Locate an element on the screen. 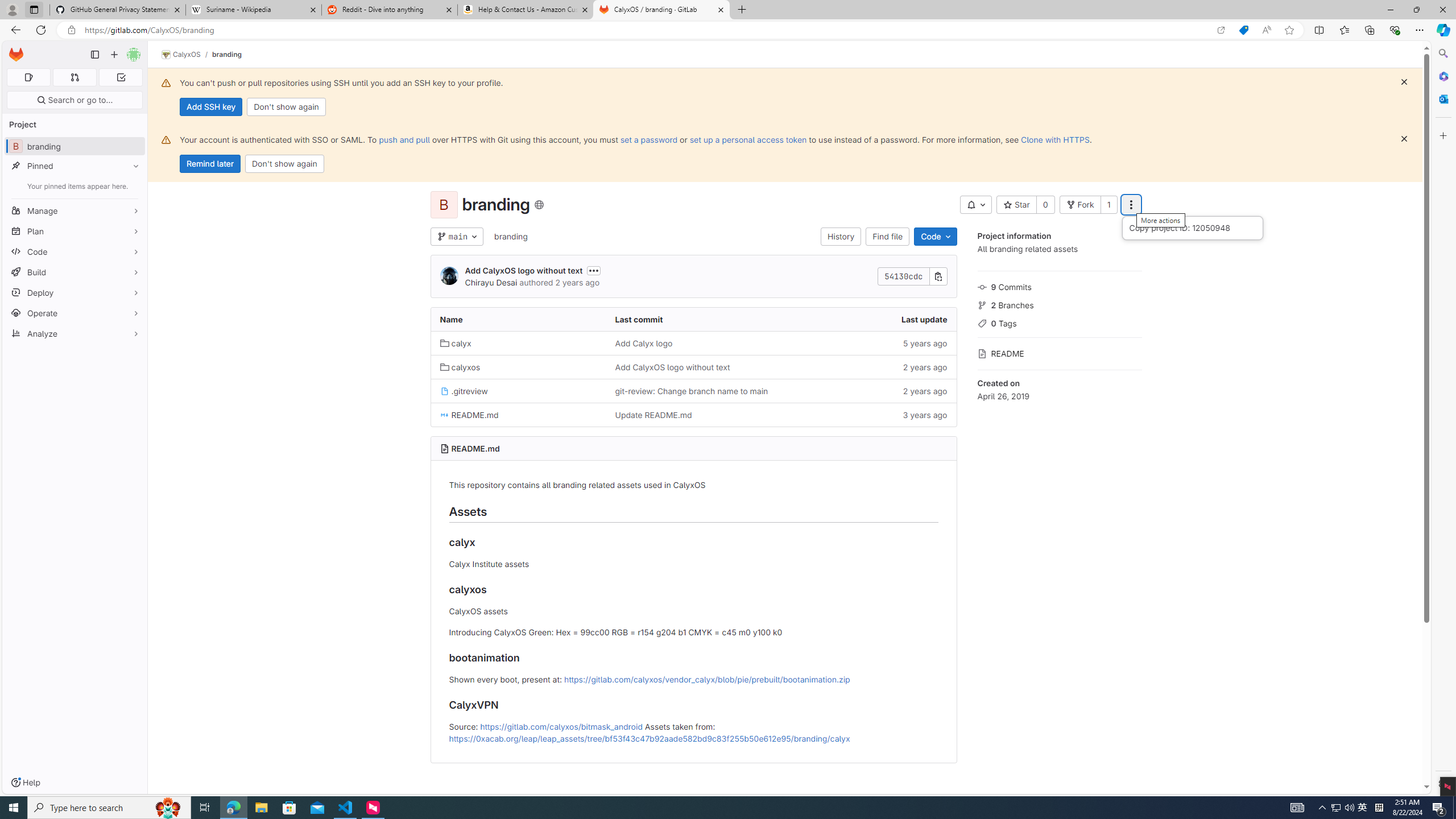  'git-review: Change branch name to main' is located at coordinates (693, 390).